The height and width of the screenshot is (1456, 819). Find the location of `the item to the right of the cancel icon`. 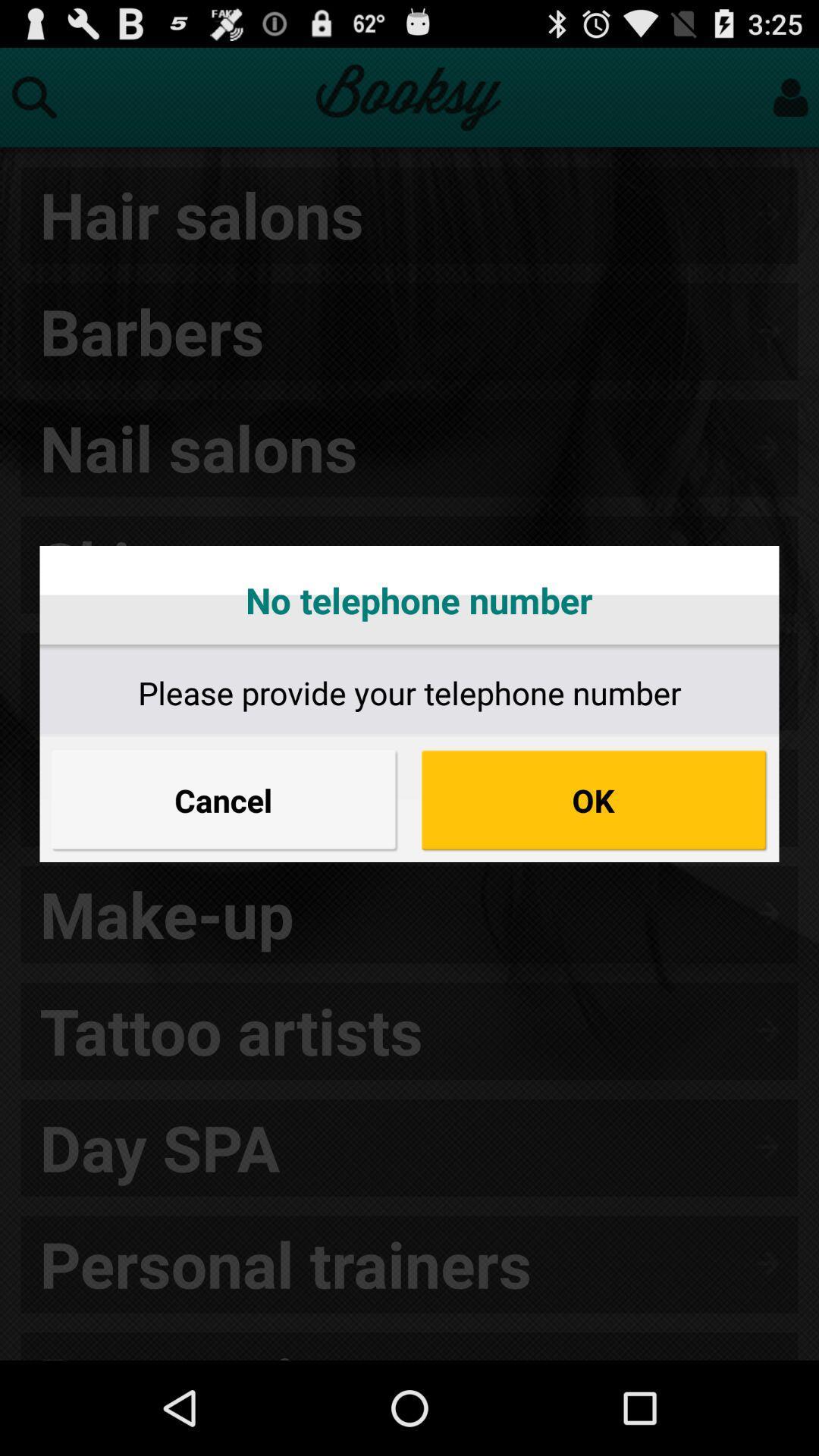

the item to the right of the cancel icon is located at coordinates (593, 799).